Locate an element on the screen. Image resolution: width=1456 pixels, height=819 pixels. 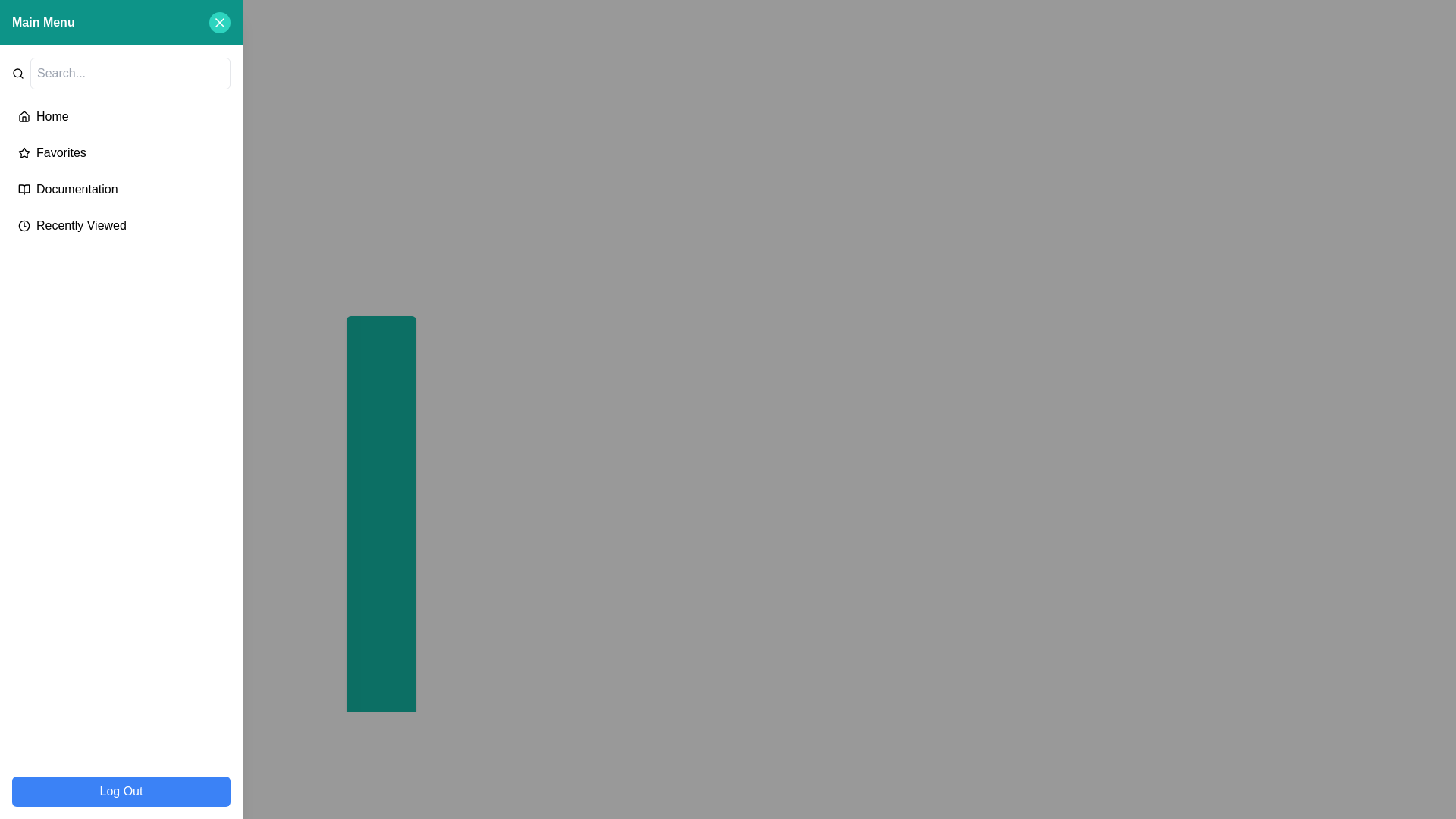
the 'X' icon button is located at coordinates (218, 23).